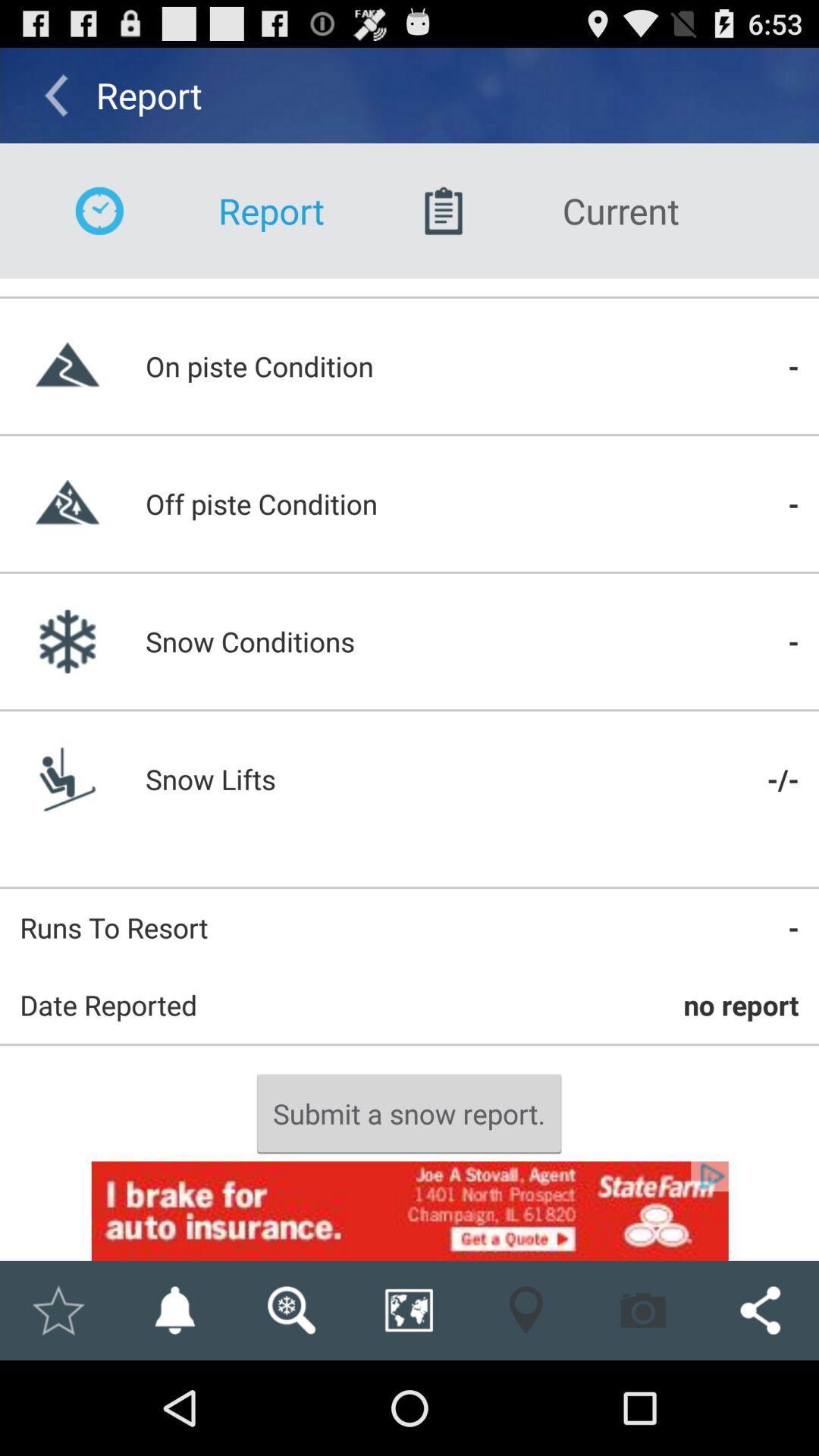 The image size is (819, 1456). Describe the element at coordinates (409, 1210) in the screenshot. I see `to view add` at that location.